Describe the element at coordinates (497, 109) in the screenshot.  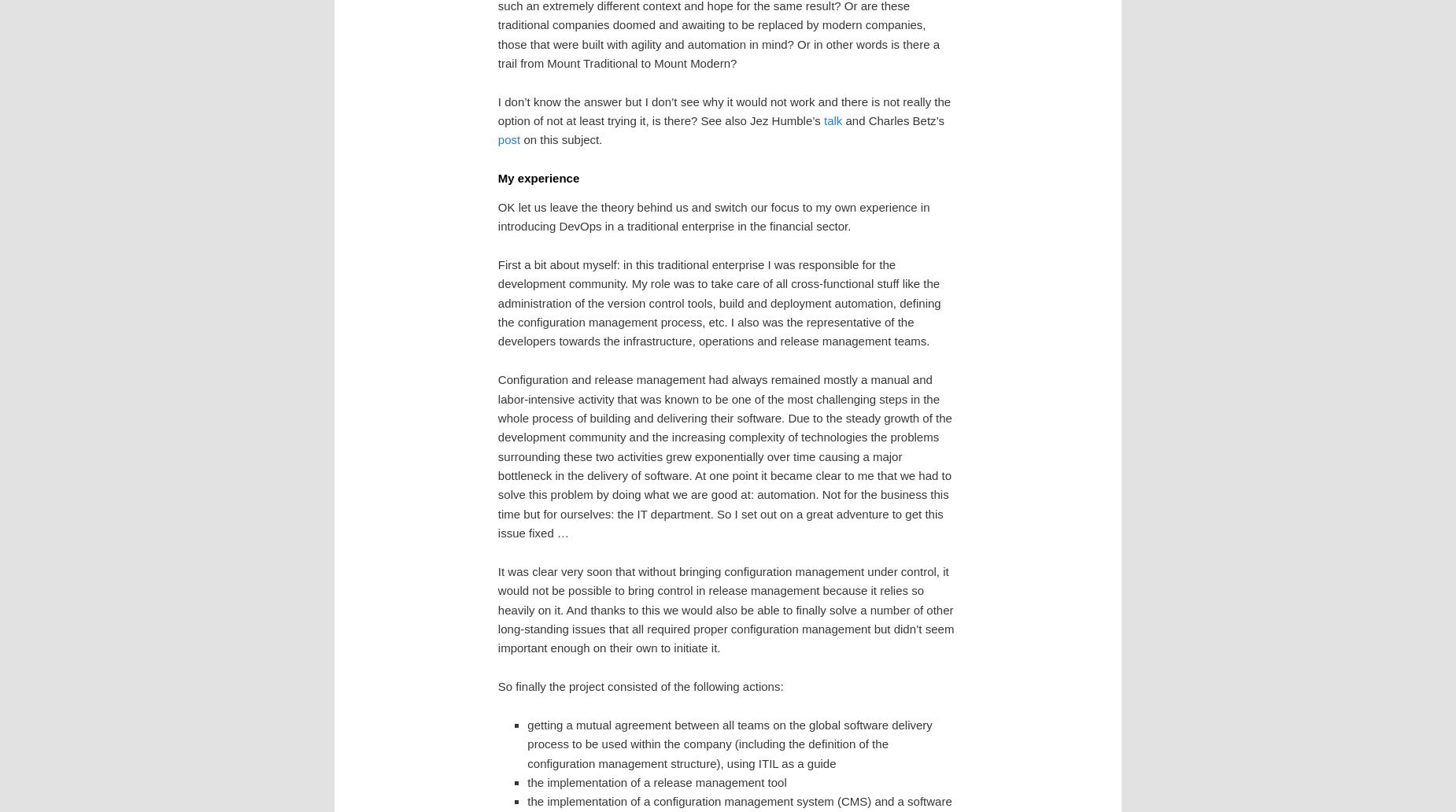
I see `'I don’t know the answer but I don’t see why it would not work and there is not really the option of not at least trying it, is there? See also Jez Humble’s'` at that location.